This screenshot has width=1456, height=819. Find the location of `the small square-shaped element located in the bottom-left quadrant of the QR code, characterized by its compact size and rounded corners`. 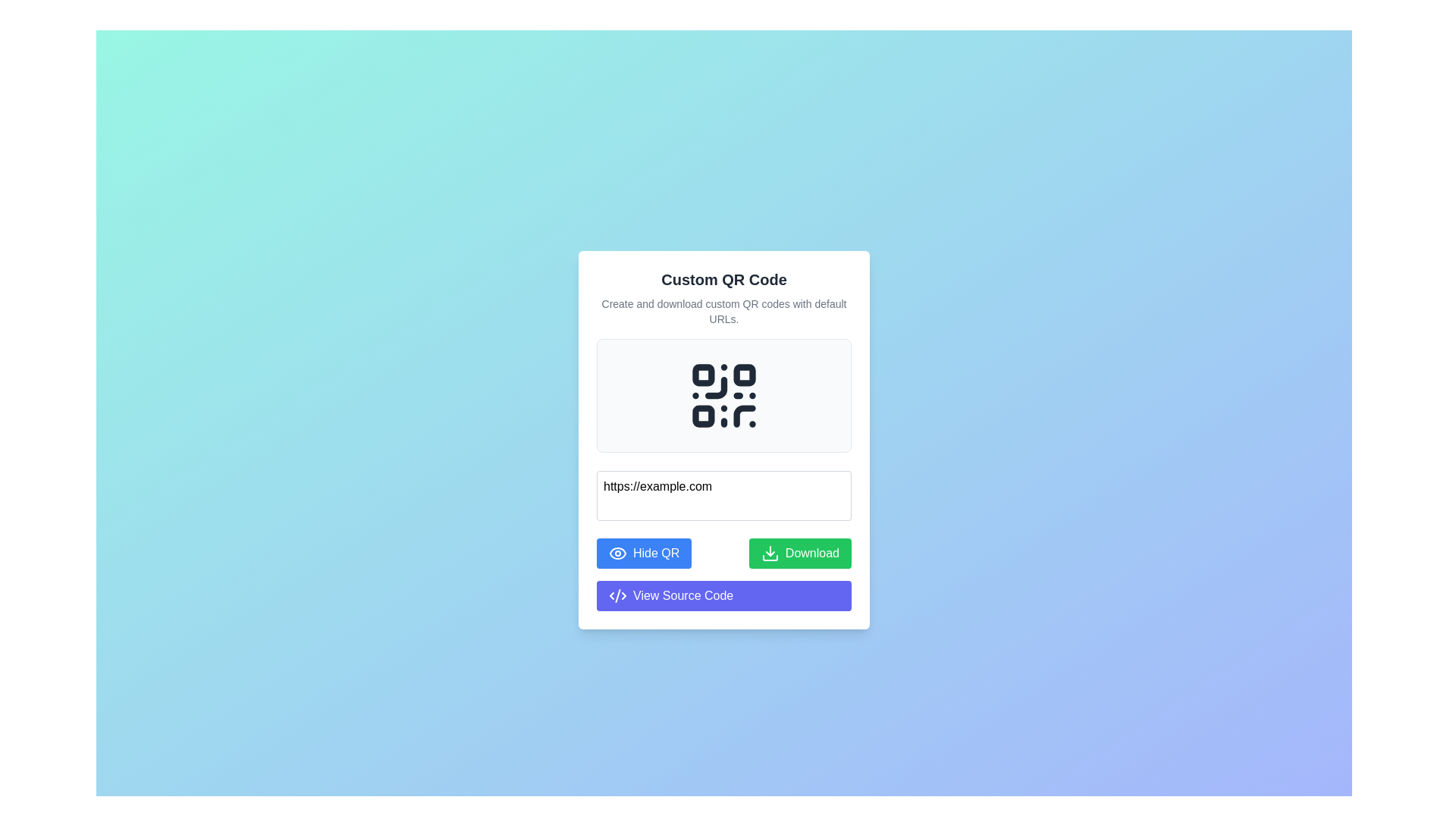

the small square-shaped element located in the bottom-left quadrant of the QR code, characterized by its compact size and rounded corners is located at coordinates (702, 416).